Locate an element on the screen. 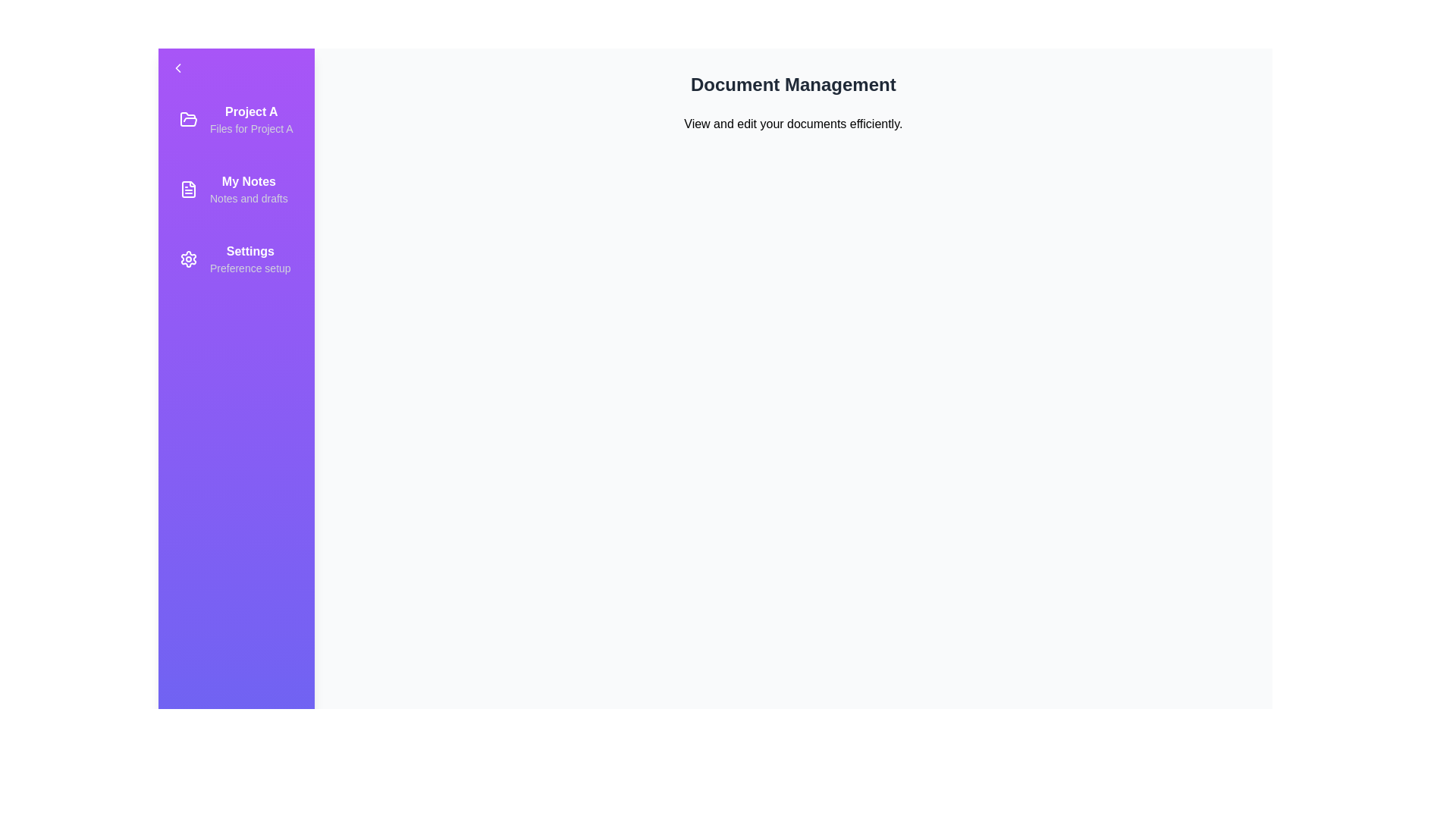  toggle button at the top-left corner of the drawer to toggle its visibility is located at coordinates (178, 67).